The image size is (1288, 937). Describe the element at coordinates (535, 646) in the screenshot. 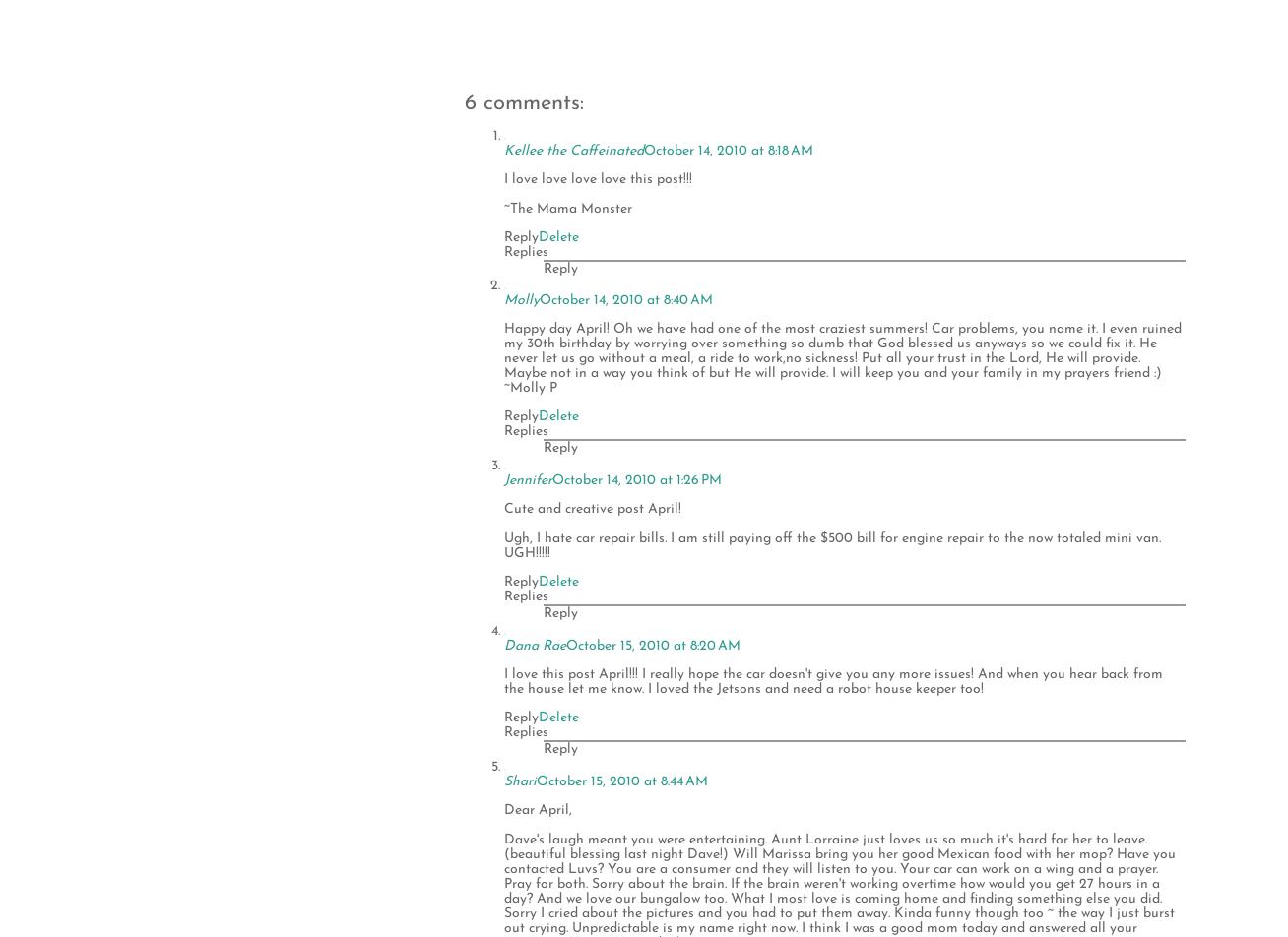

I see `'Dana Rae'` at that location.